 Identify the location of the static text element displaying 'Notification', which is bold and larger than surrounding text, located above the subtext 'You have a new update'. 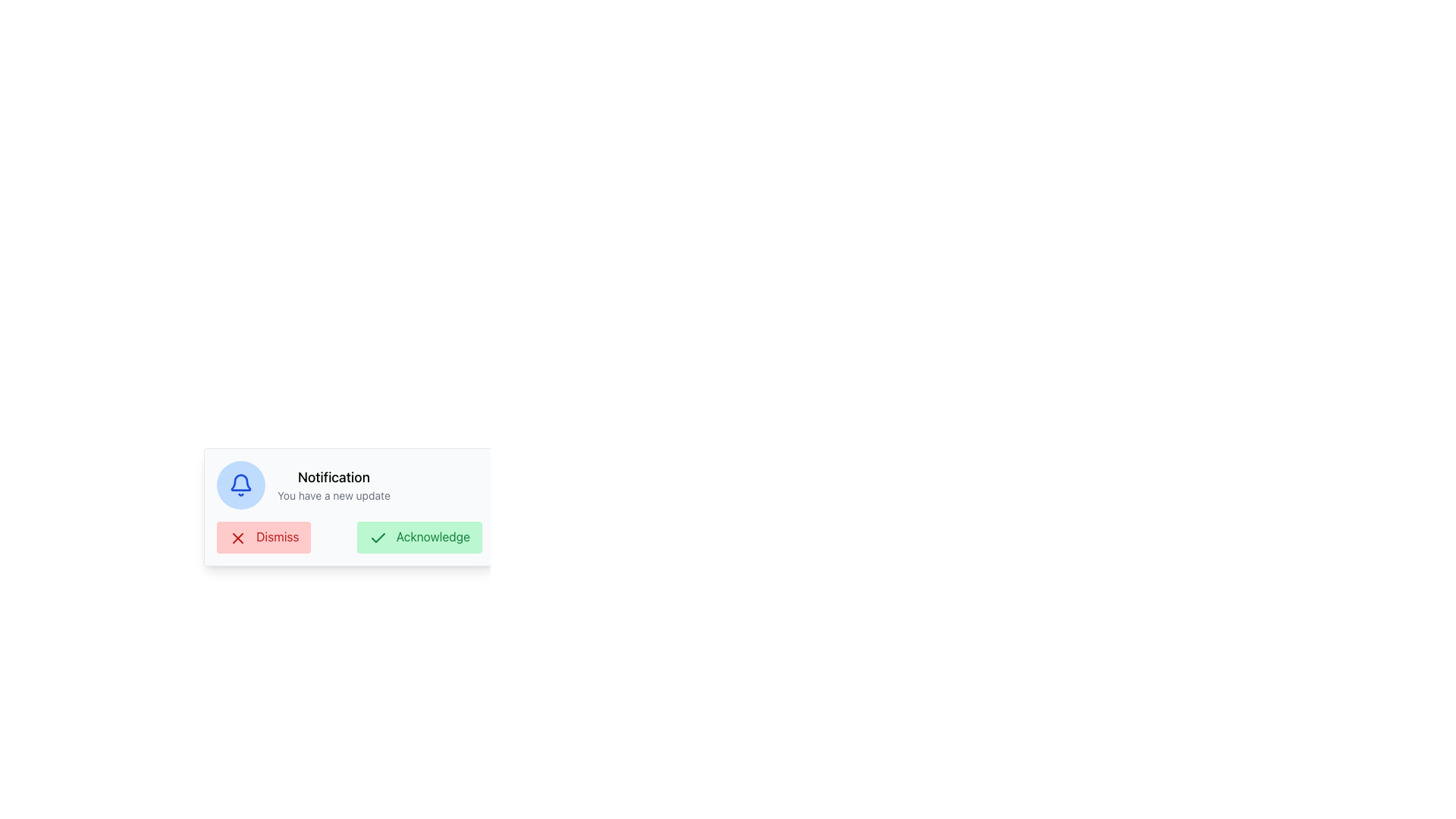
(333, 476).